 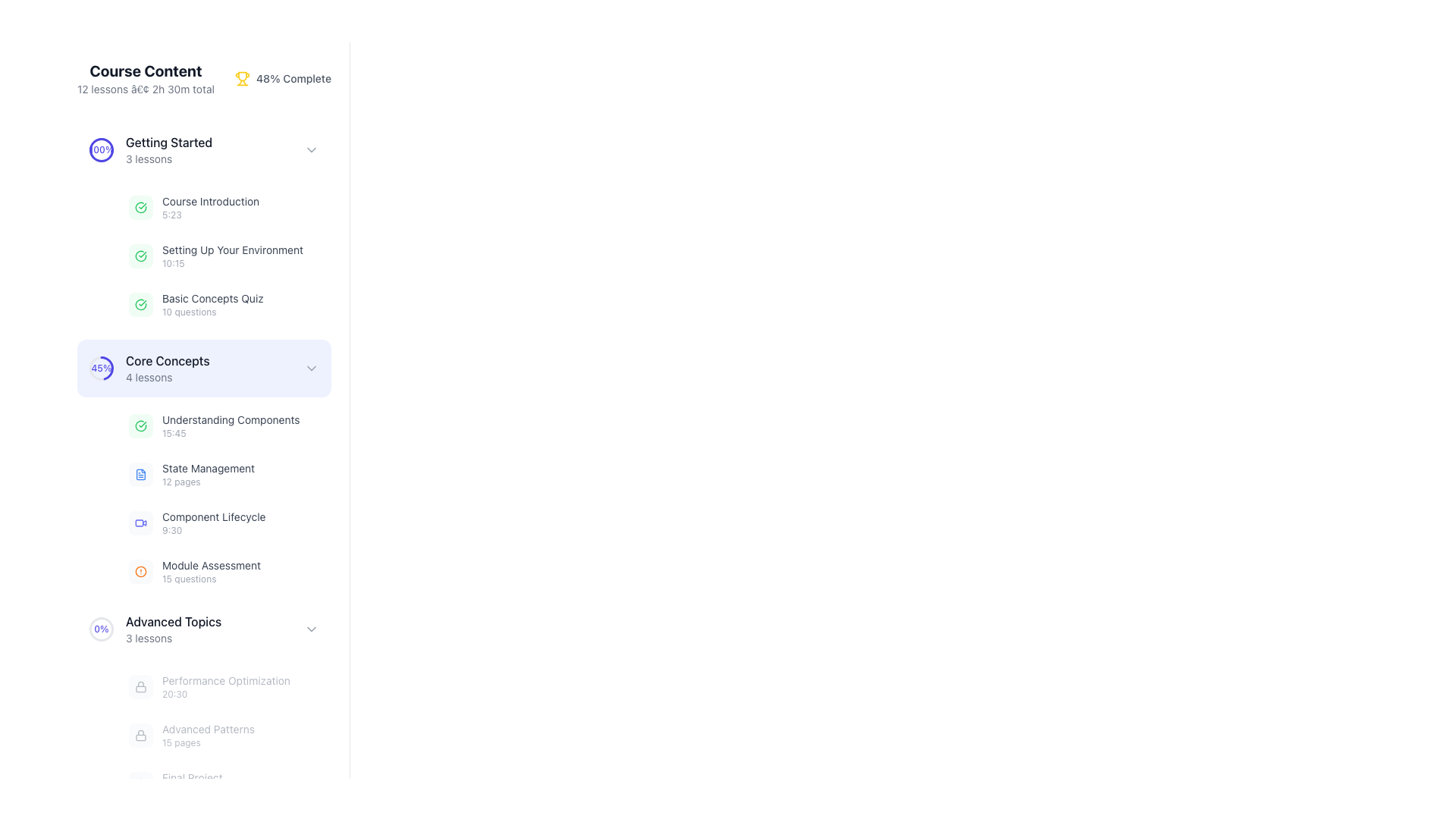 I want to click on the downward arrow icon of the 'Getting Started' expandable section, so click(x=203, y=149).